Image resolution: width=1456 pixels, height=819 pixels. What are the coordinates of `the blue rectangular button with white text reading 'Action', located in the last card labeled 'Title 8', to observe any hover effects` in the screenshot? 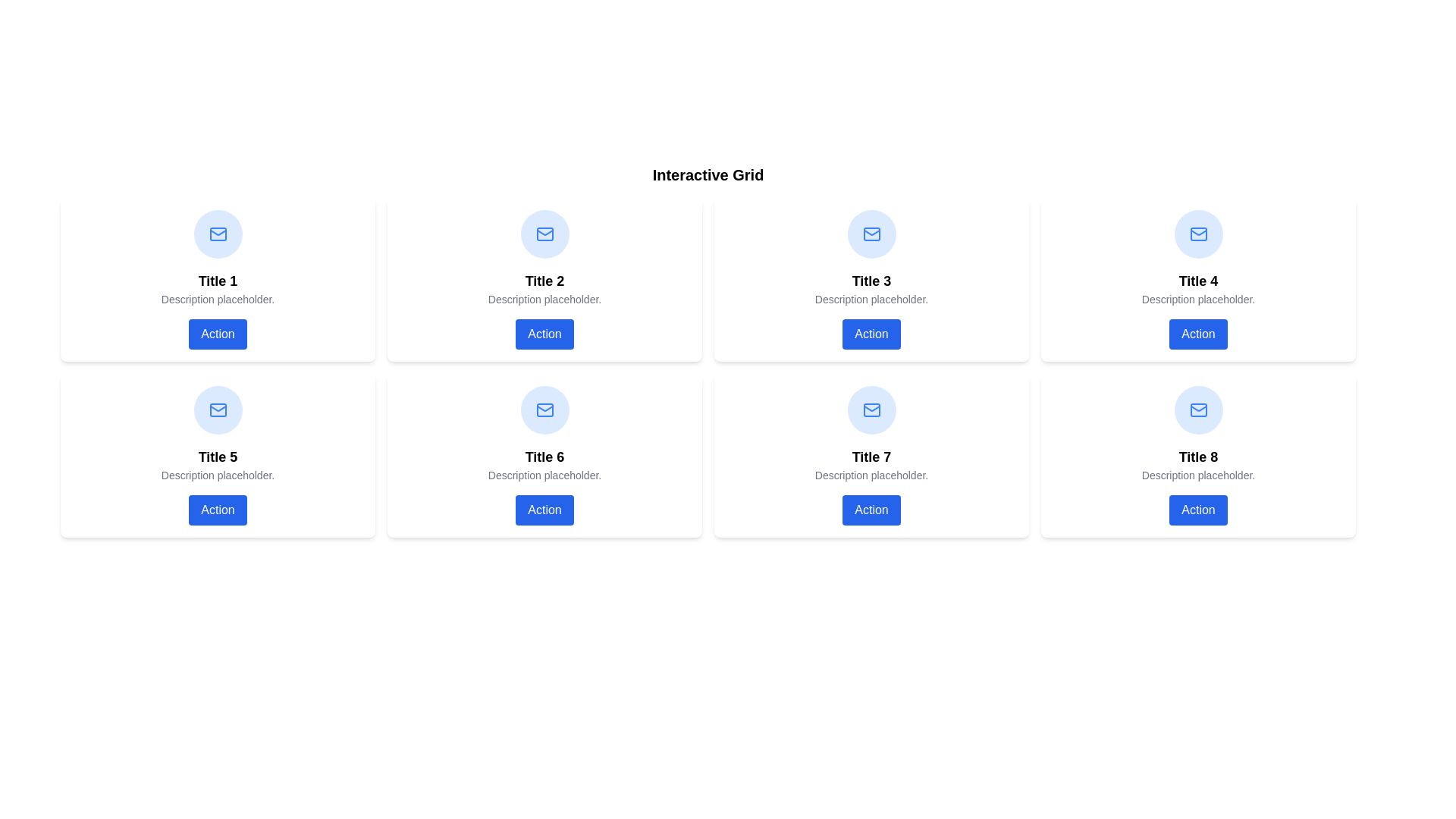 It's located at (1197, 510).